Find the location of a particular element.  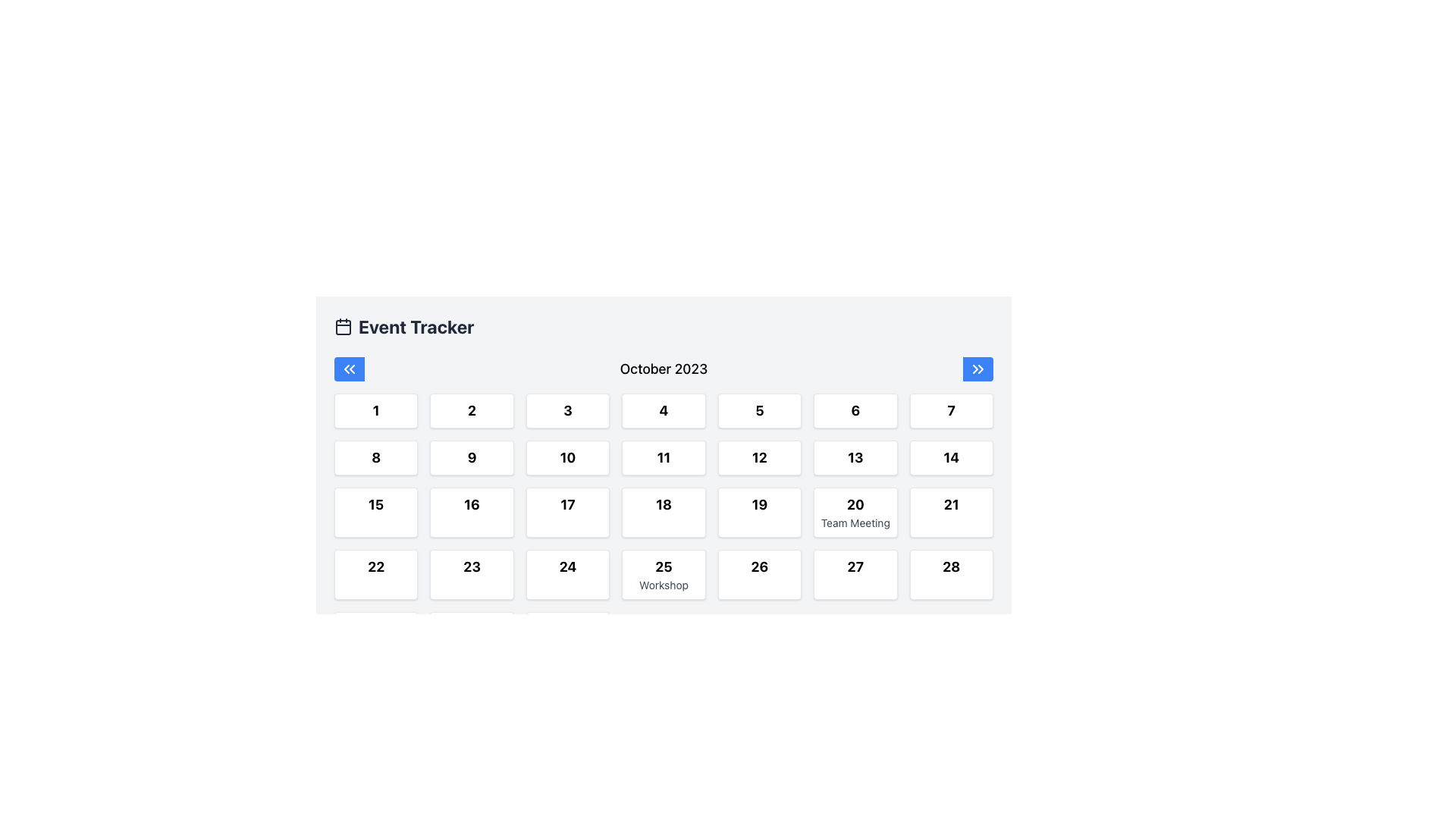

the text label displaying 'October 2023' in the header section of the calendar interface is located at coordinates (664, 369).